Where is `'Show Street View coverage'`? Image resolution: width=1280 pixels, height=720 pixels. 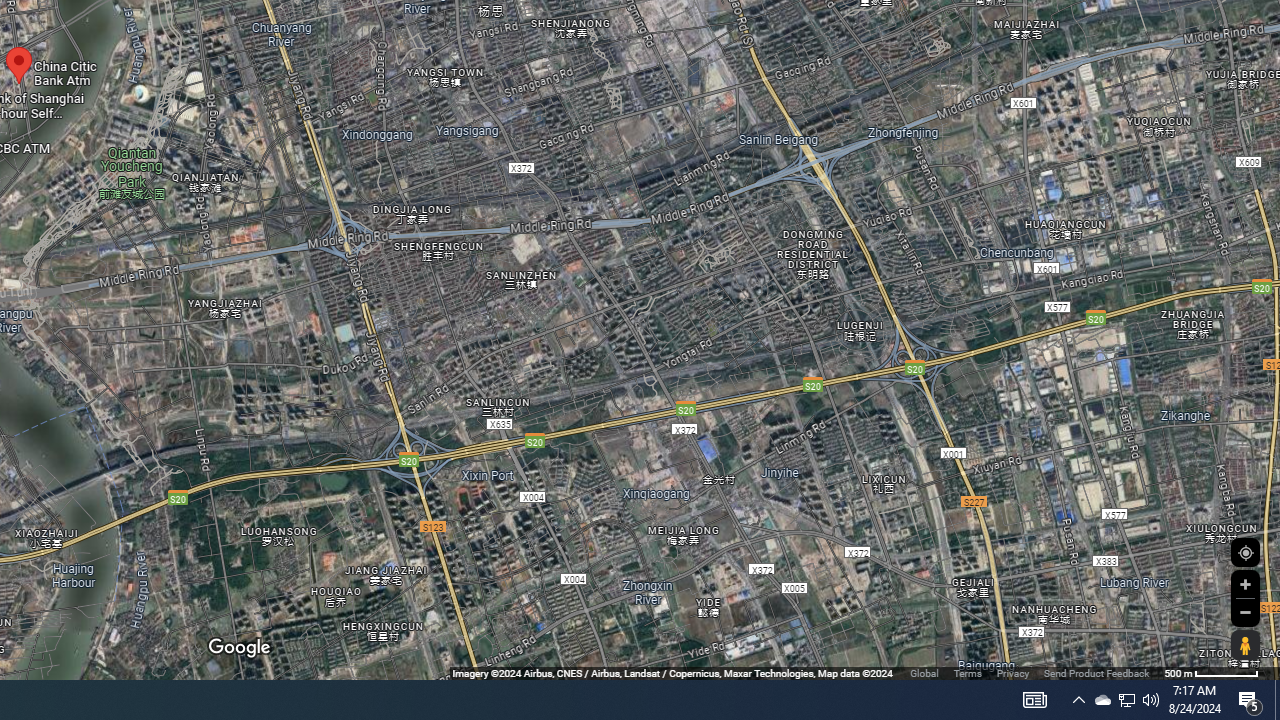 'Show Street View coverage' is located at coordinates (1244, 645).